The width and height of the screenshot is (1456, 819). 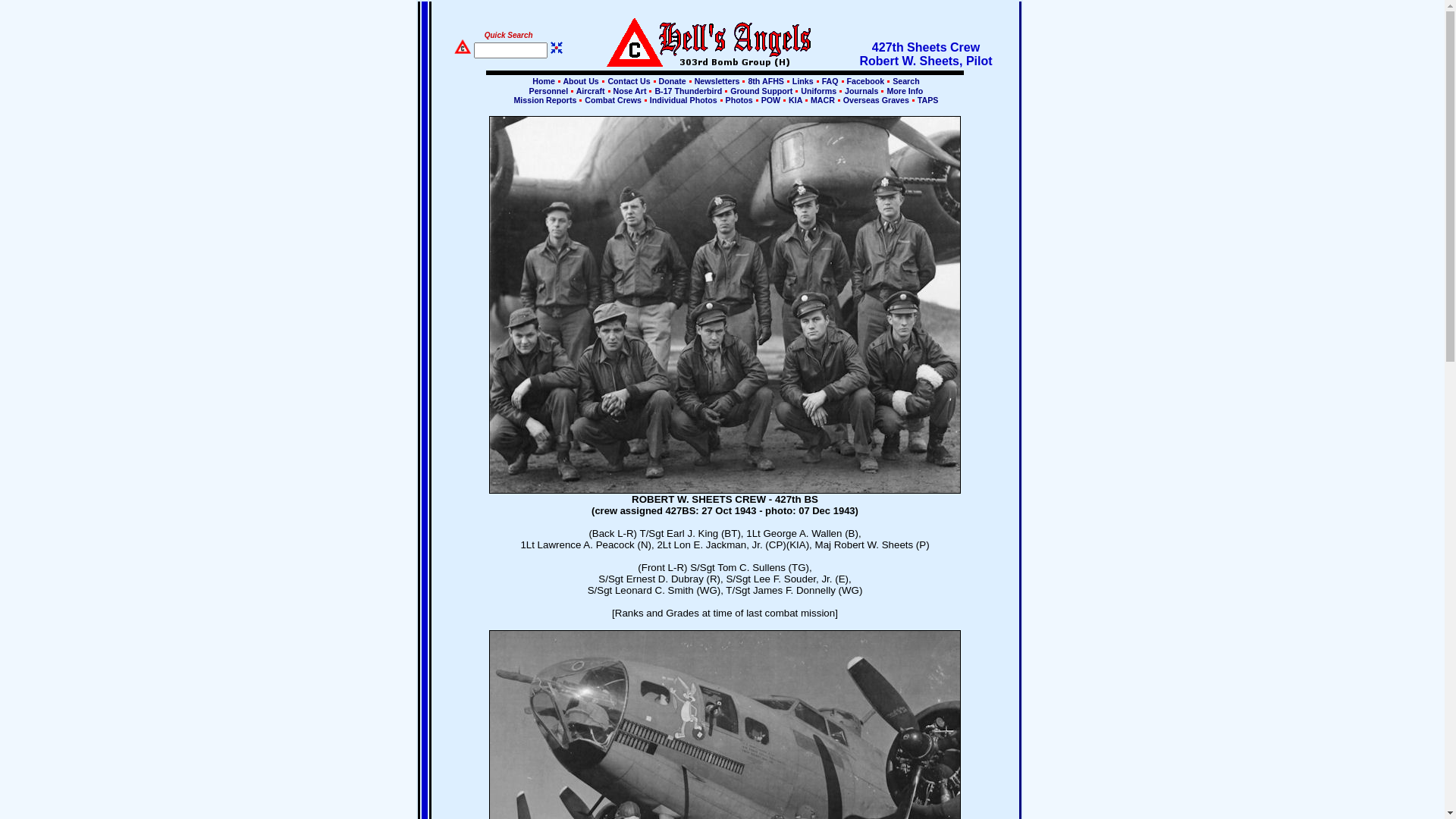 I want to click on 'Nose Art', so click(x=611, y=90).